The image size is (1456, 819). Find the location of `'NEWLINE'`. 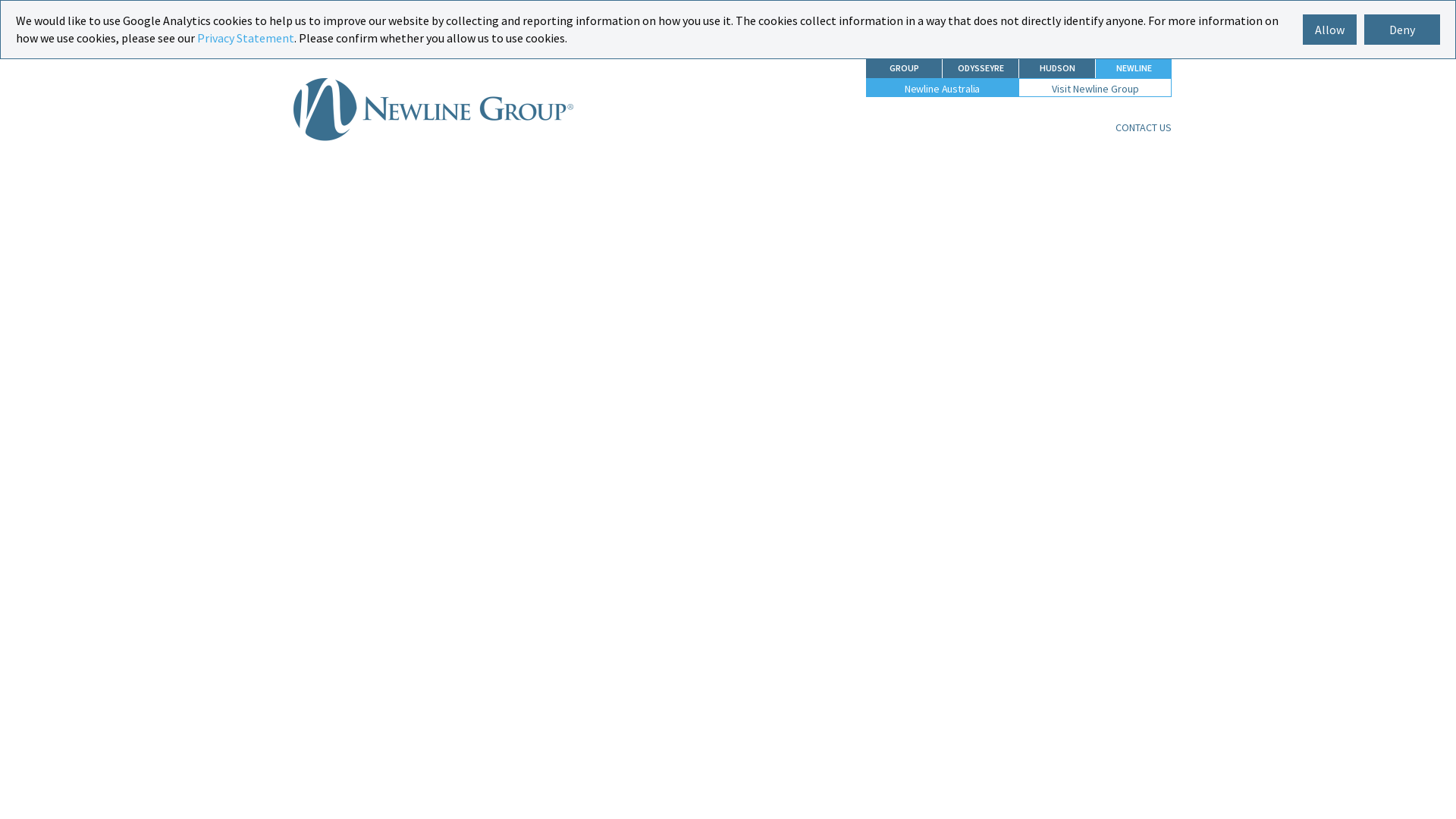

'NEWLINE' is located at coordinates (1133, 67).